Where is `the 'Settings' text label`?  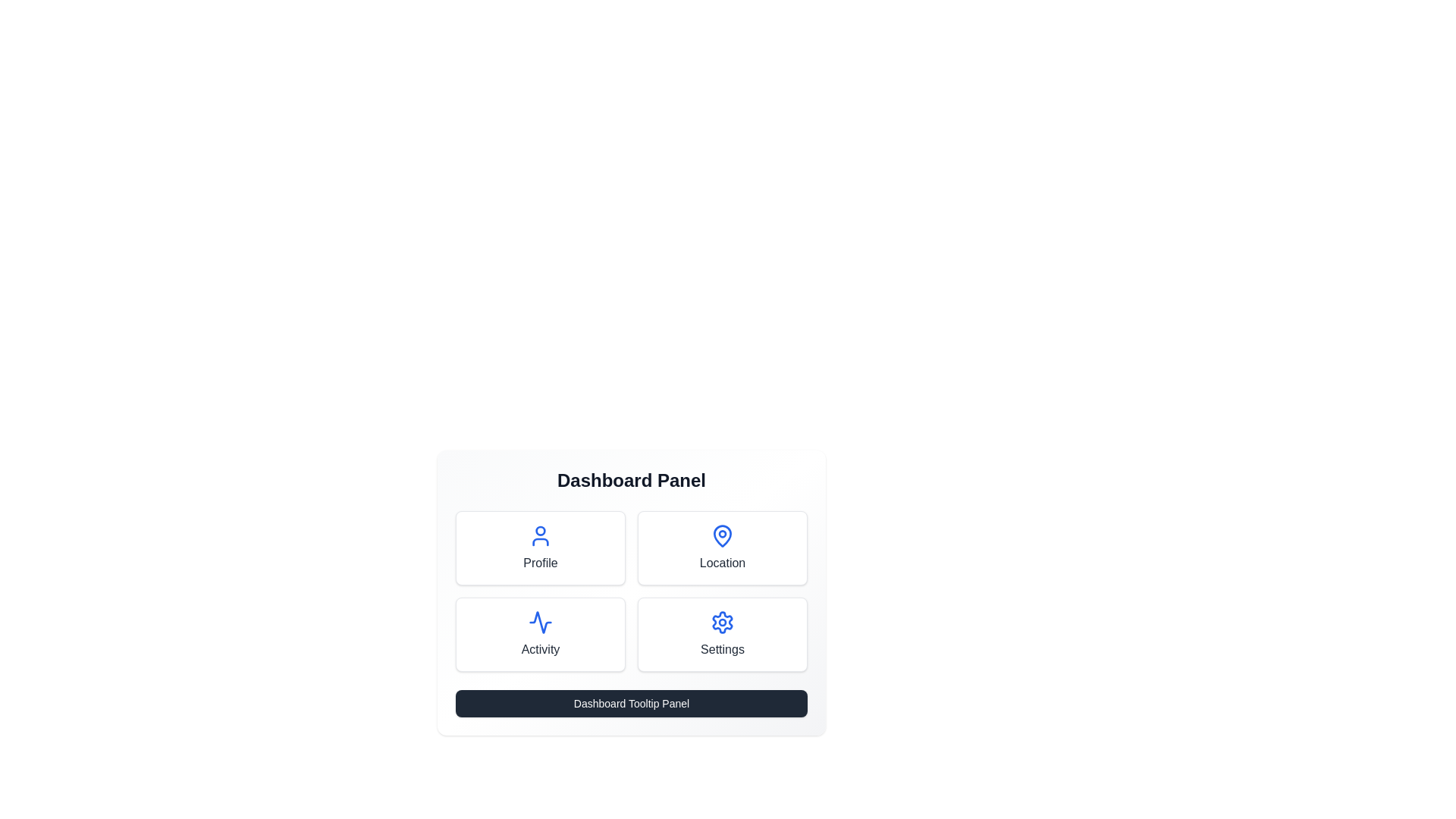 the 'Settings' text label is located at coordinates (722, 648).